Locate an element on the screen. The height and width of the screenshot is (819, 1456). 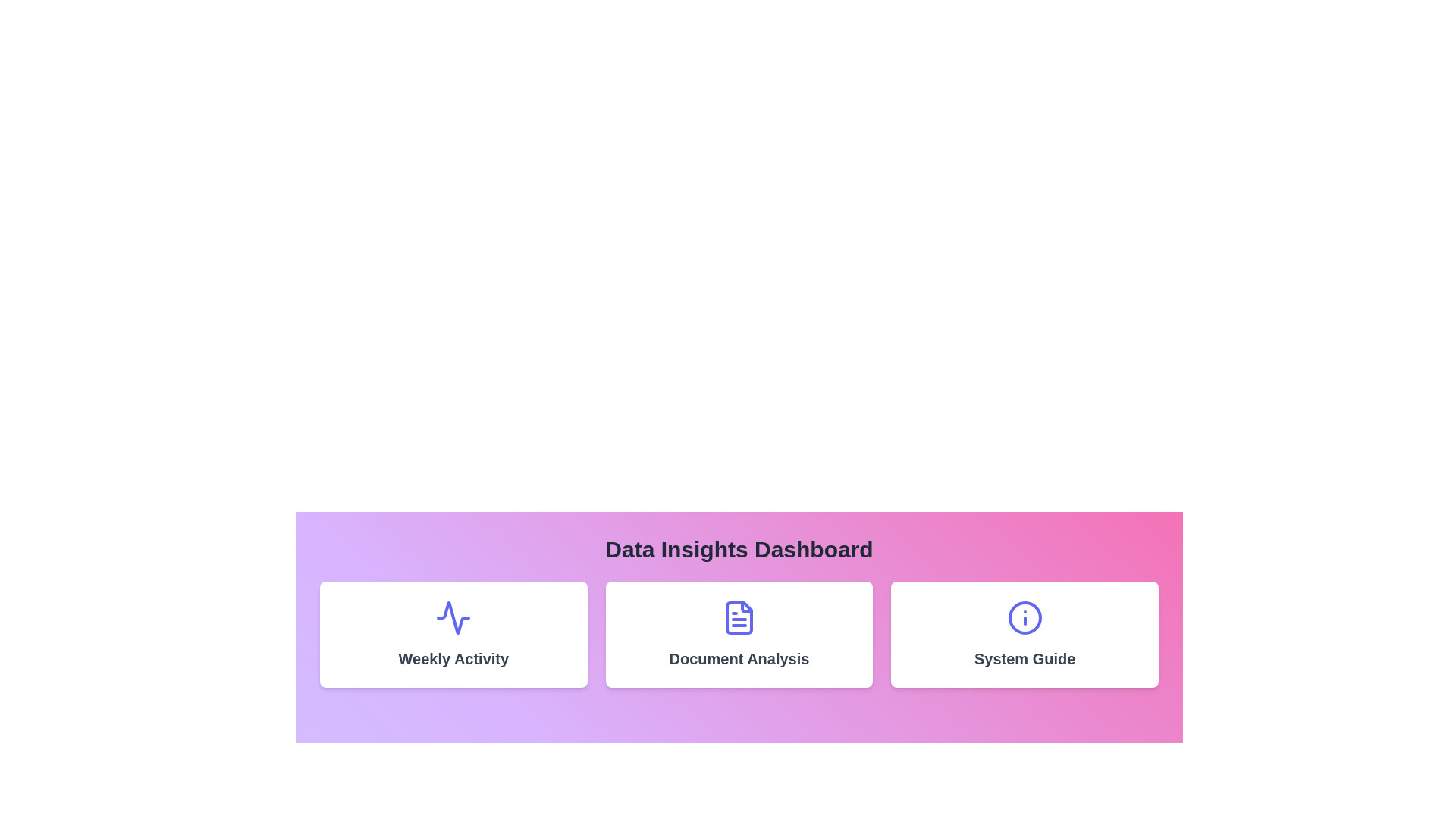
the blue document icon located in the center of the three options under 'Data Insights Dashboard', directly above 'Document Analysis' is located at coordinates (739, 617).